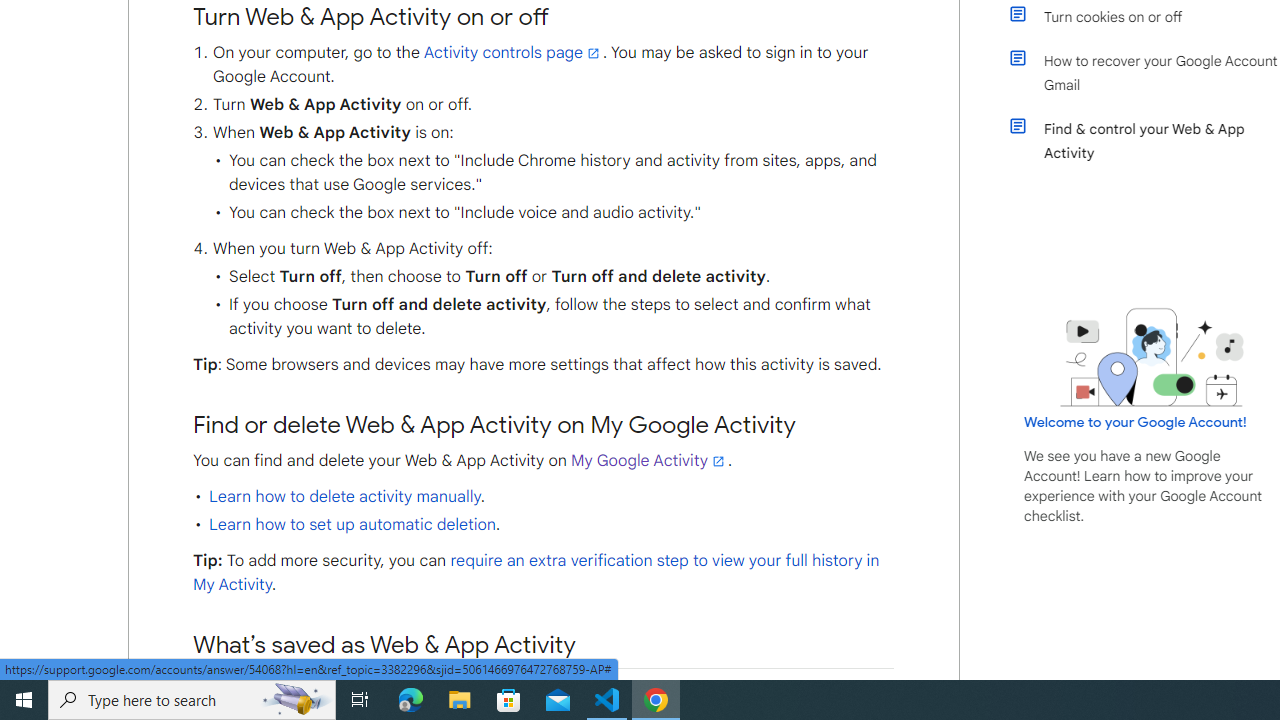 This screenshot has height=720, width=1280. What do you see at coordinates (649, 460) in the screenshot?
I see `'My Google Activity'` at bounding box center [649, 460].